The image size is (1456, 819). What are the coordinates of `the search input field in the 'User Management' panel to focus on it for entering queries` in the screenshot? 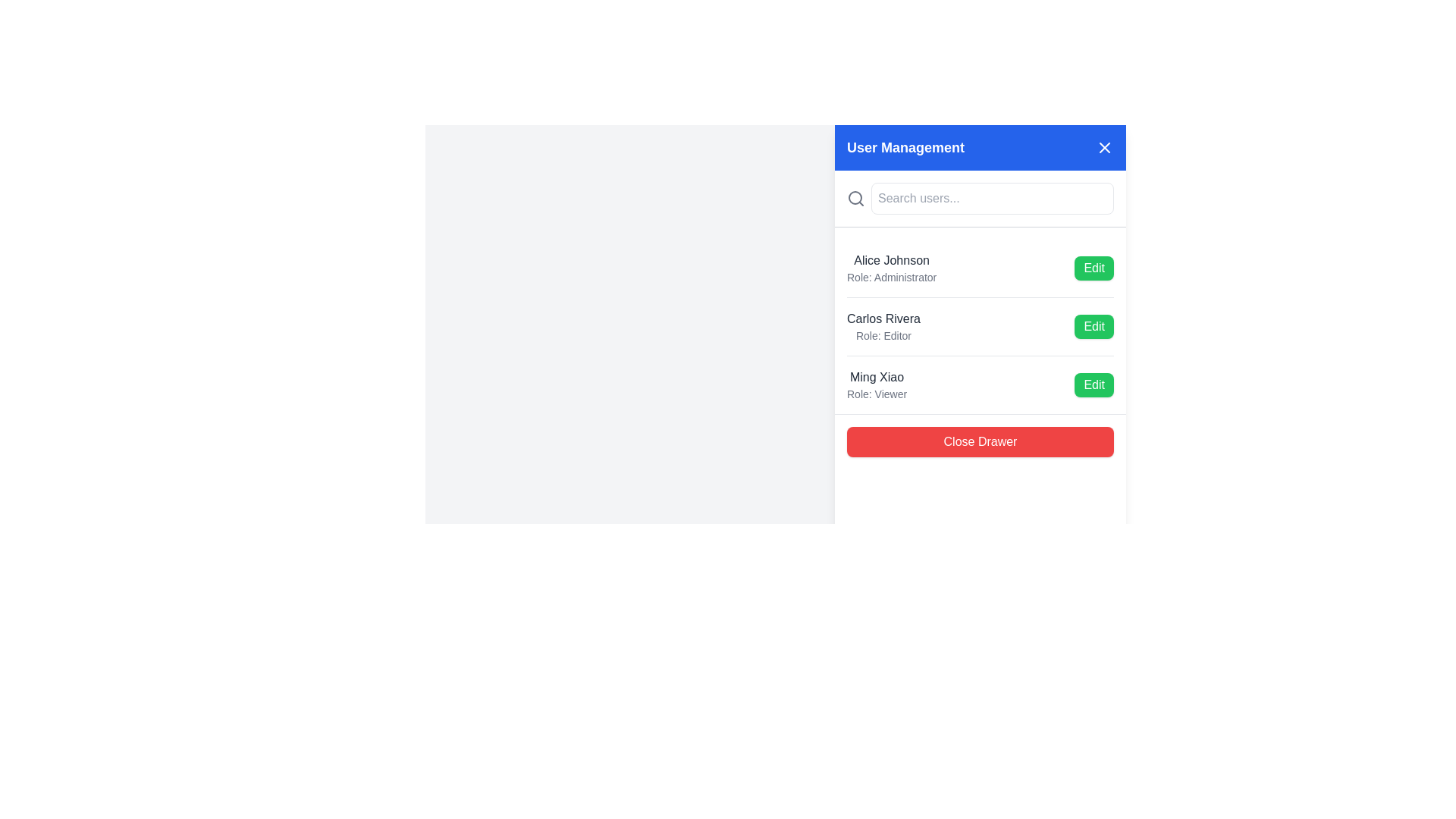 It's located at (993, 198).